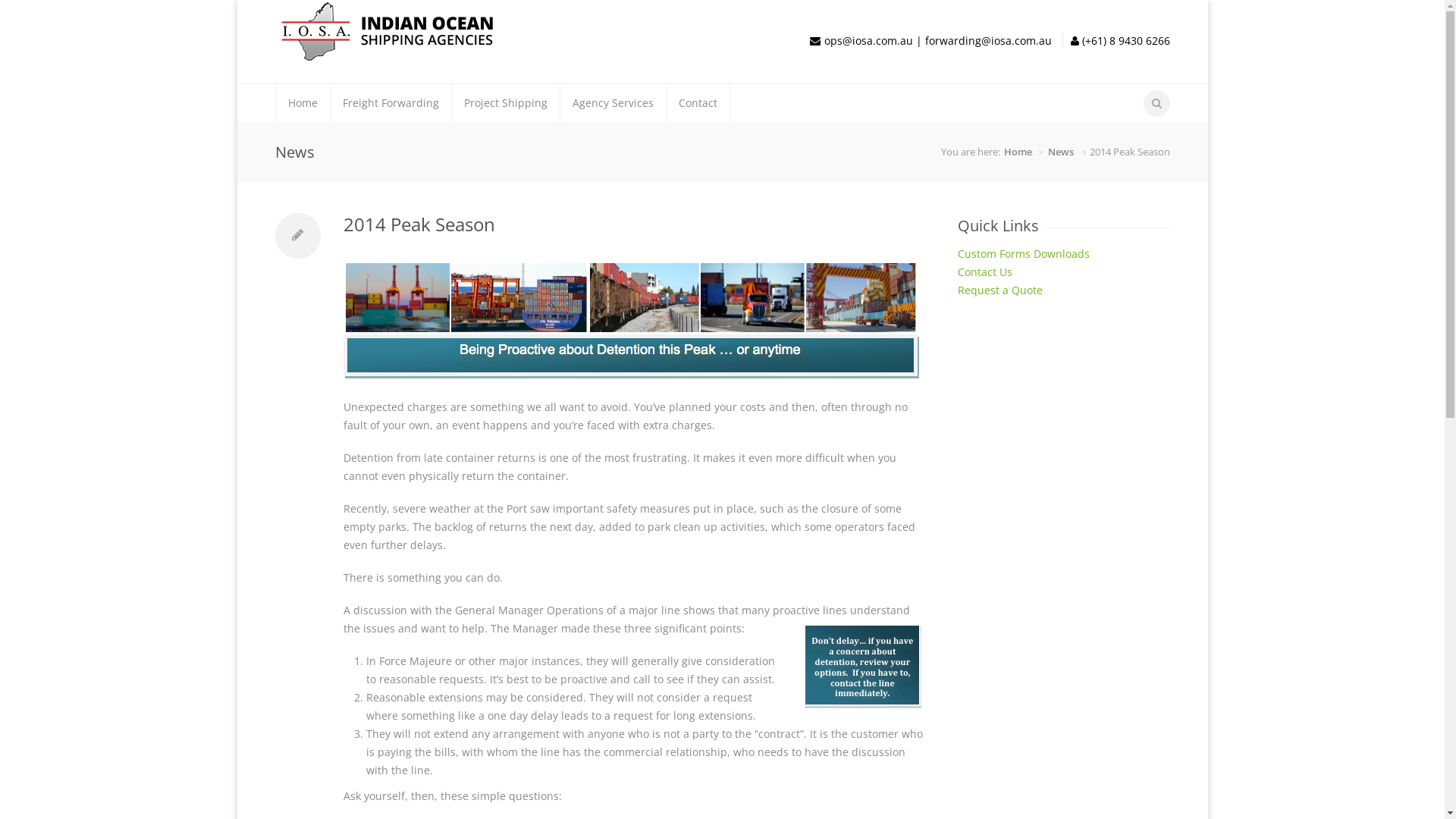 Image resolution: width=1456 pixels, height=819 pixels. What do you see at coordinates (956, 290) in the screenshot?
I see `'Request a Quote'` at bounding box center [956, 290].